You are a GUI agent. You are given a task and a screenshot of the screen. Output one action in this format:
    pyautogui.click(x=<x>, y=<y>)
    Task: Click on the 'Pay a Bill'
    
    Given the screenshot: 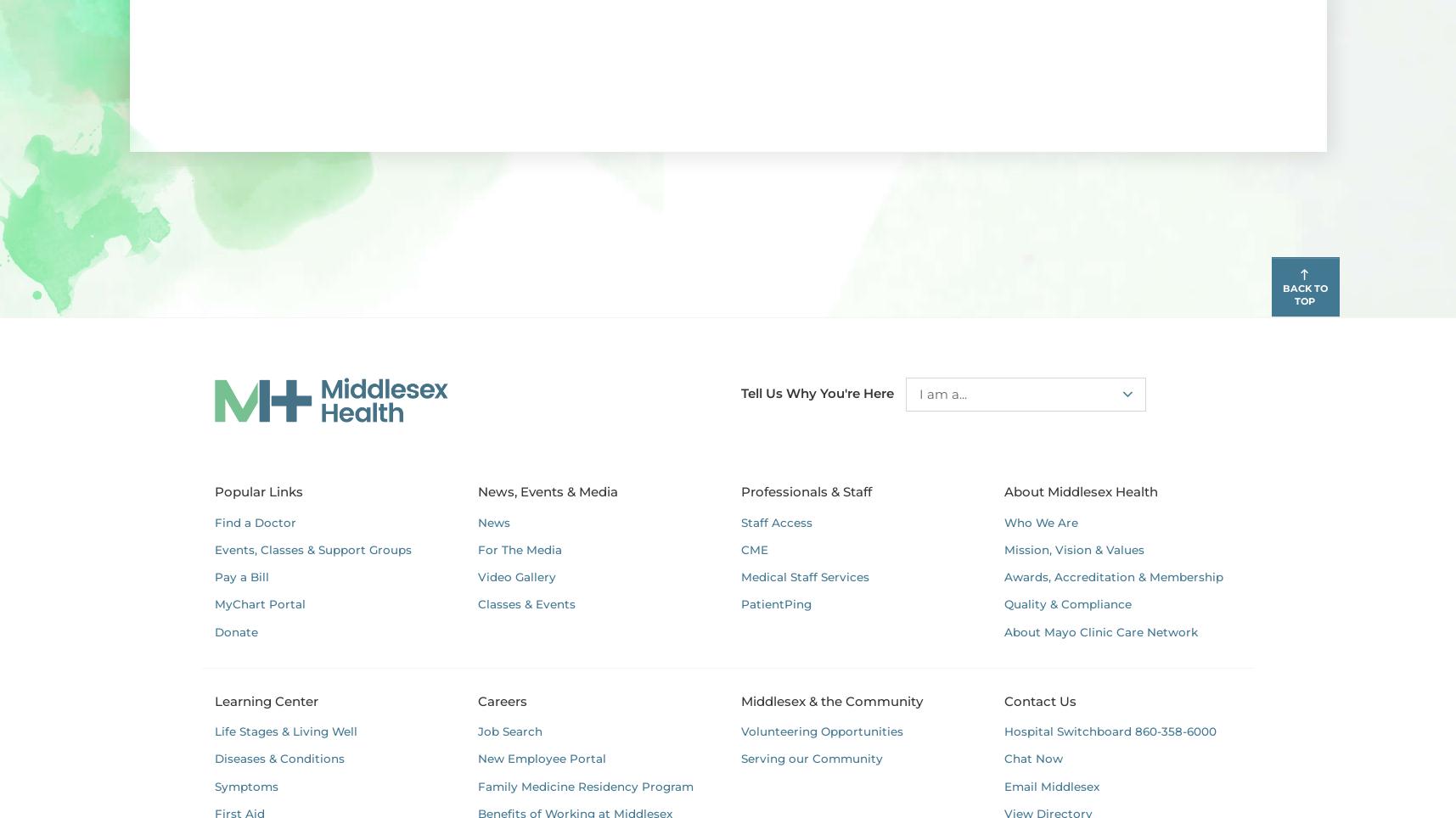 What is the action you would take?
    pyautogui.click(x=240, y=576)
    